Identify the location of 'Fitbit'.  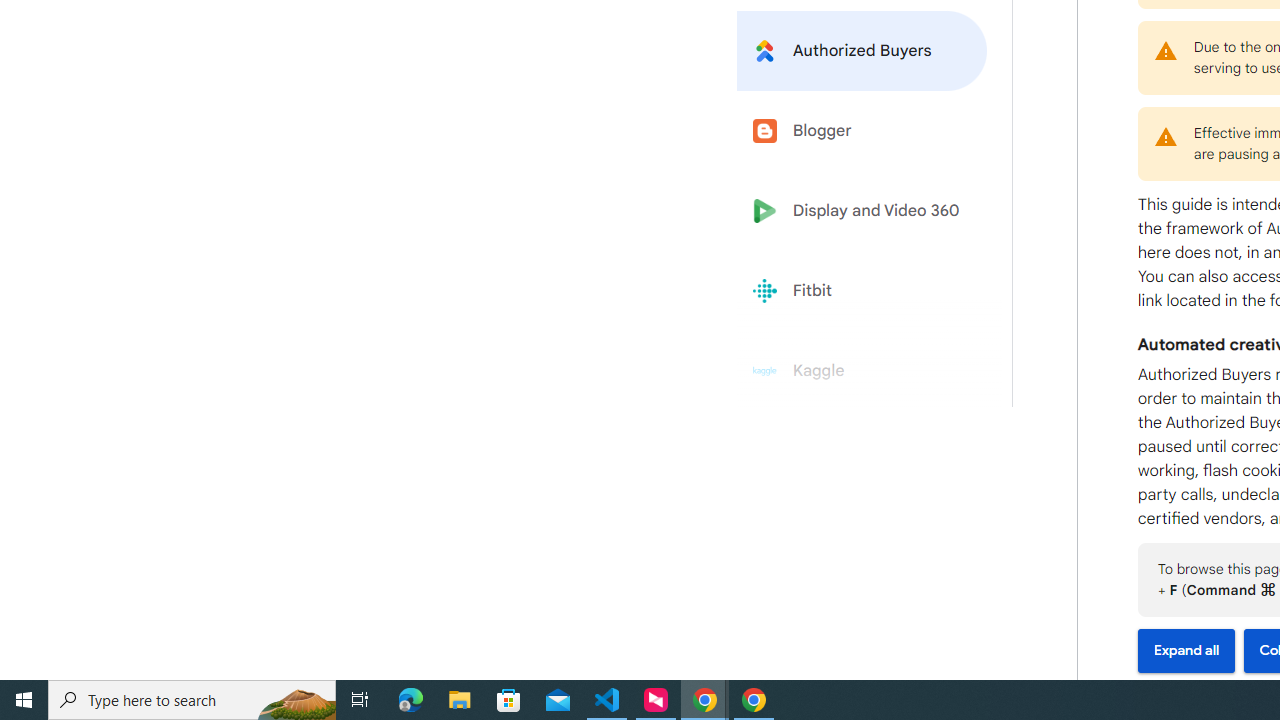
(862, 291).